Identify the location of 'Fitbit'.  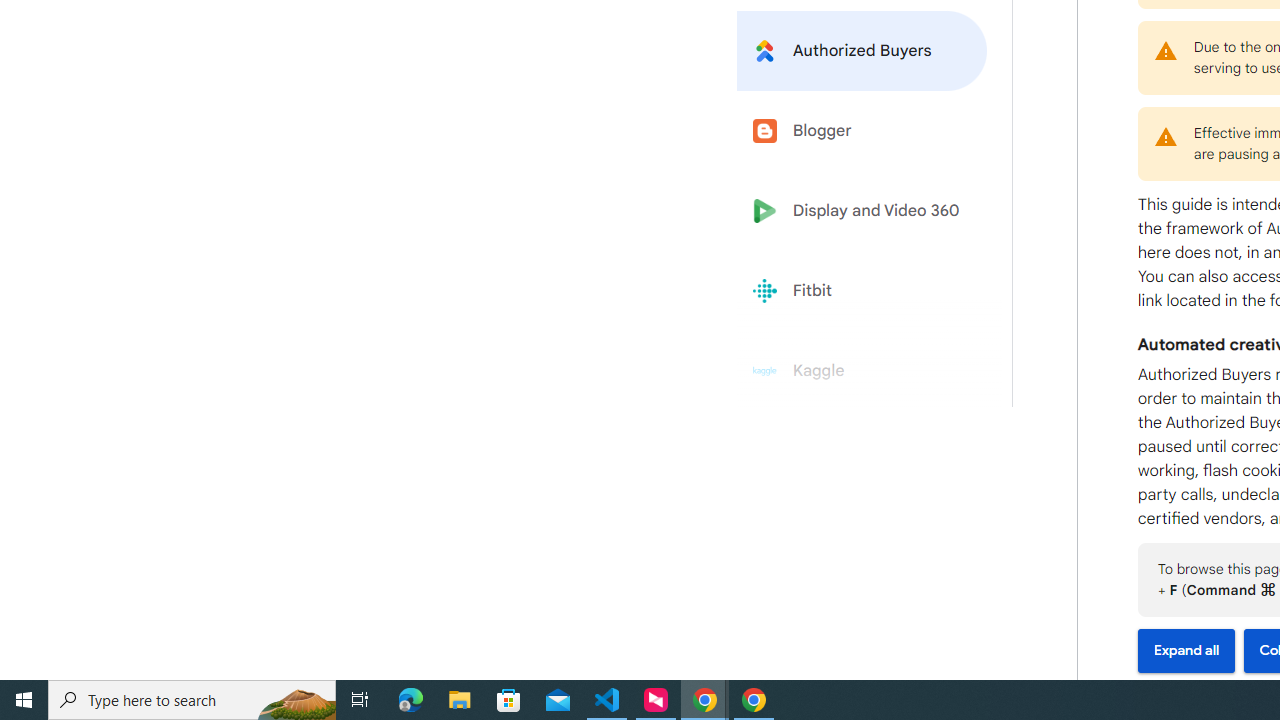
(862, 291).